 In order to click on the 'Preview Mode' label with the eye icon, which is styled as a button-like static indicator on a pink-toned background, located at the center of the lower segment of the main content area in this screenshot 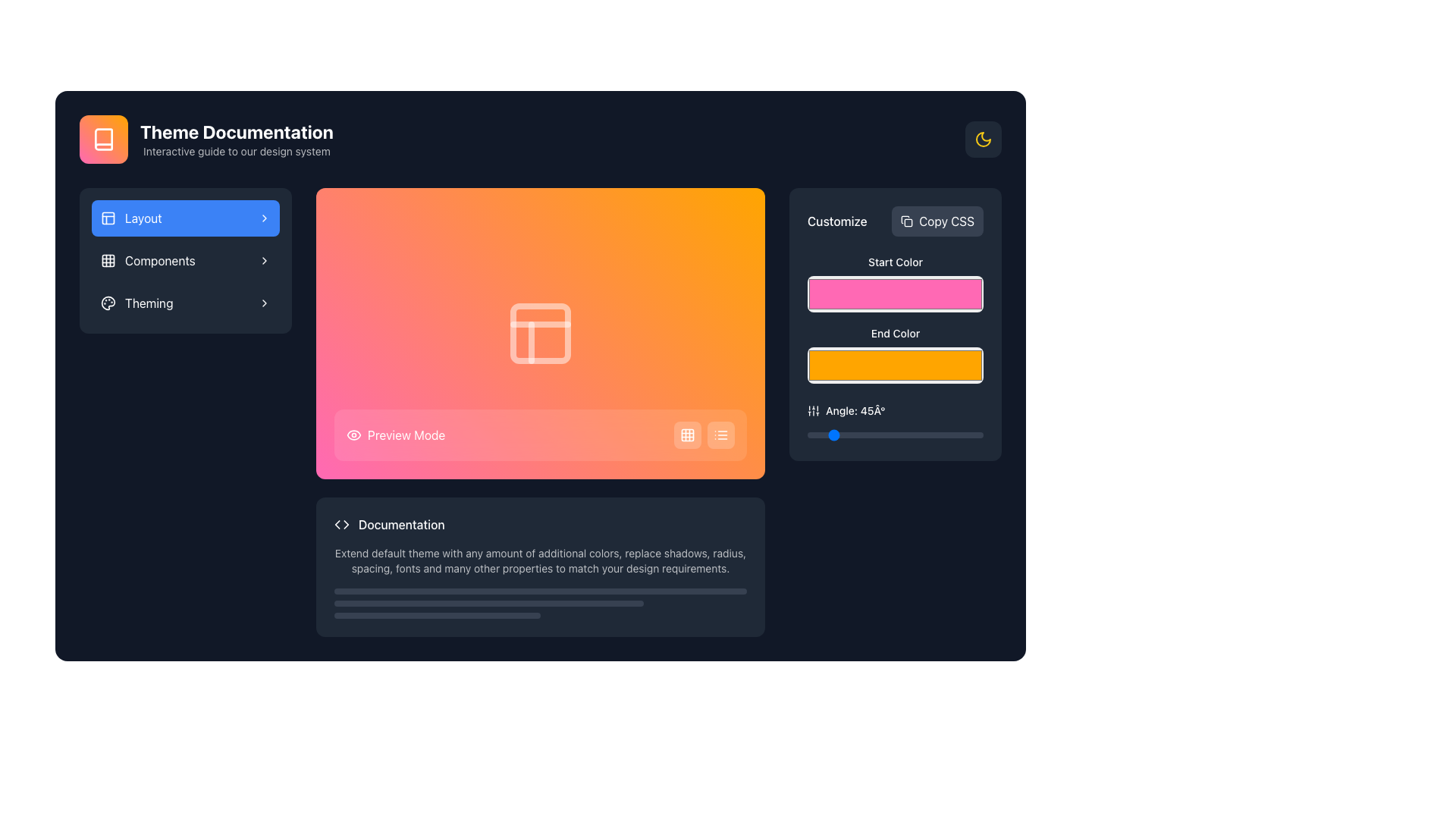, I will do `click(396, 435)`.